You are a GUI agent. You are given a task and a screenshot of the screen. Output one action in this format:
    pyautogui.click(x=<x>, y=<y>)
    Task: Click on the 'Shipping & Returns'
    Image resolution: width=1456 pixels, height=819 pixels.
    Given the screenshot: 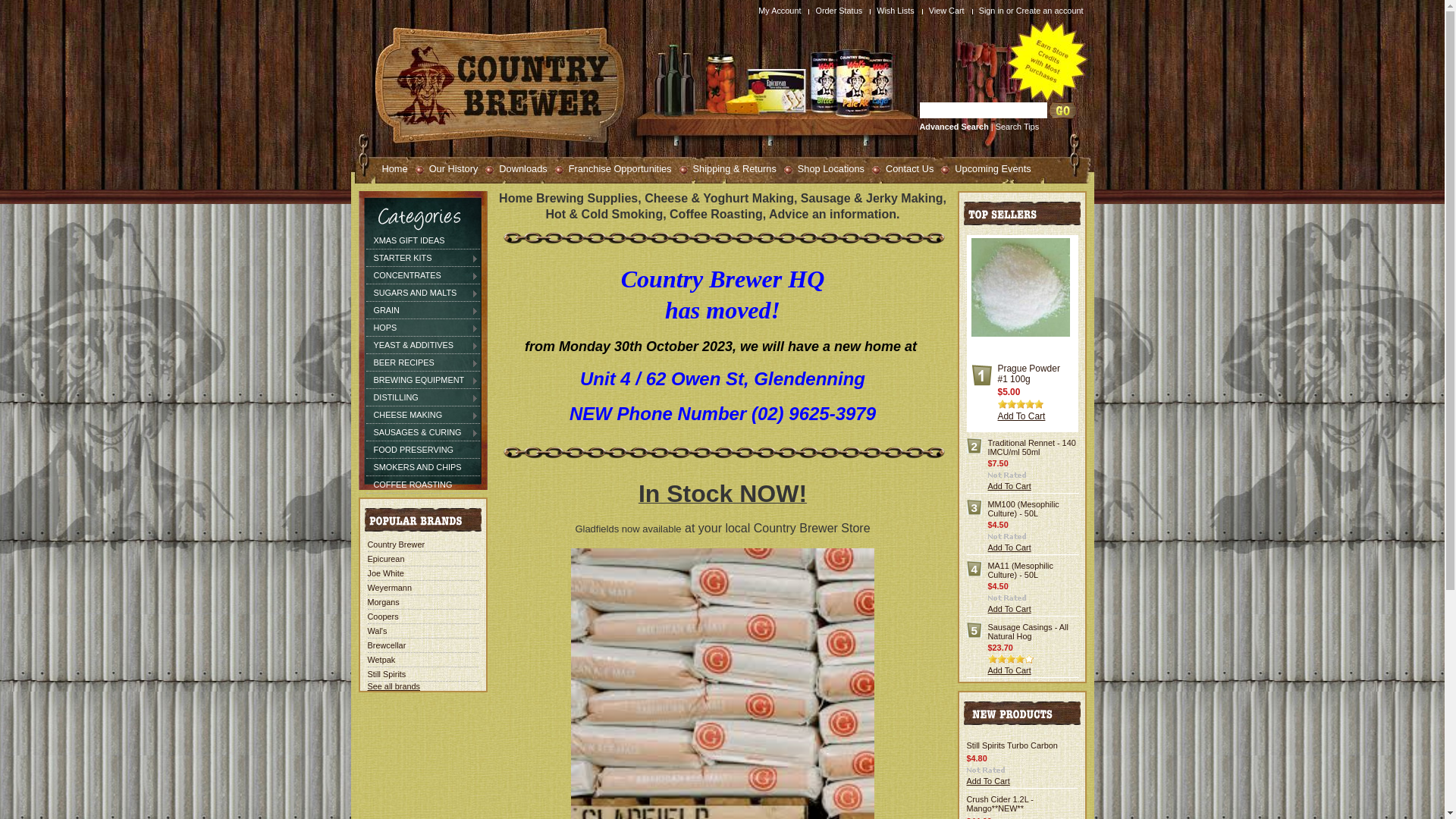 What is the action you would take?
    pyautogui.click(x=728, y=168)
    